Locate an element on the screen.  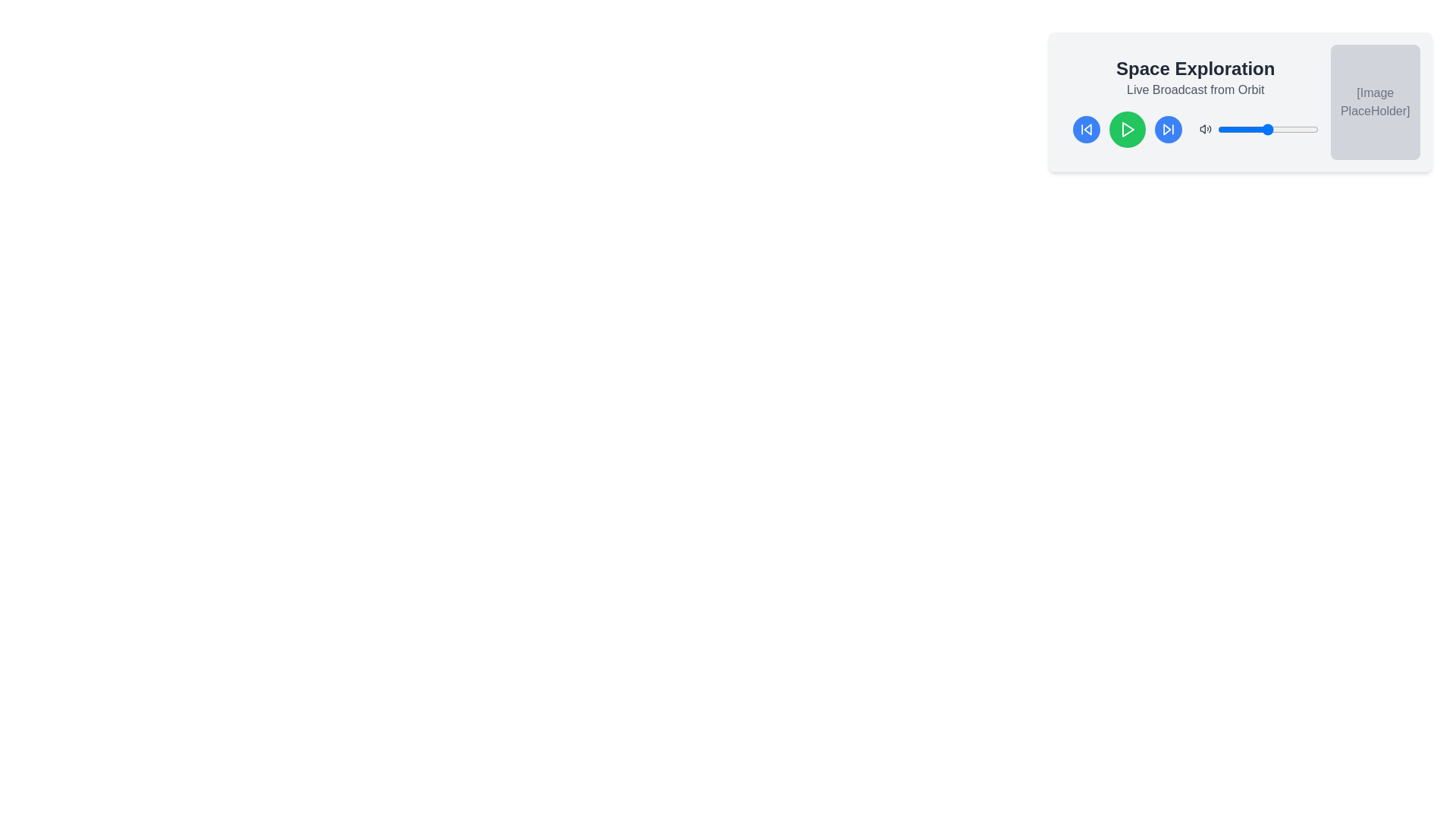
slider value is located at coordinates (1222, 128).